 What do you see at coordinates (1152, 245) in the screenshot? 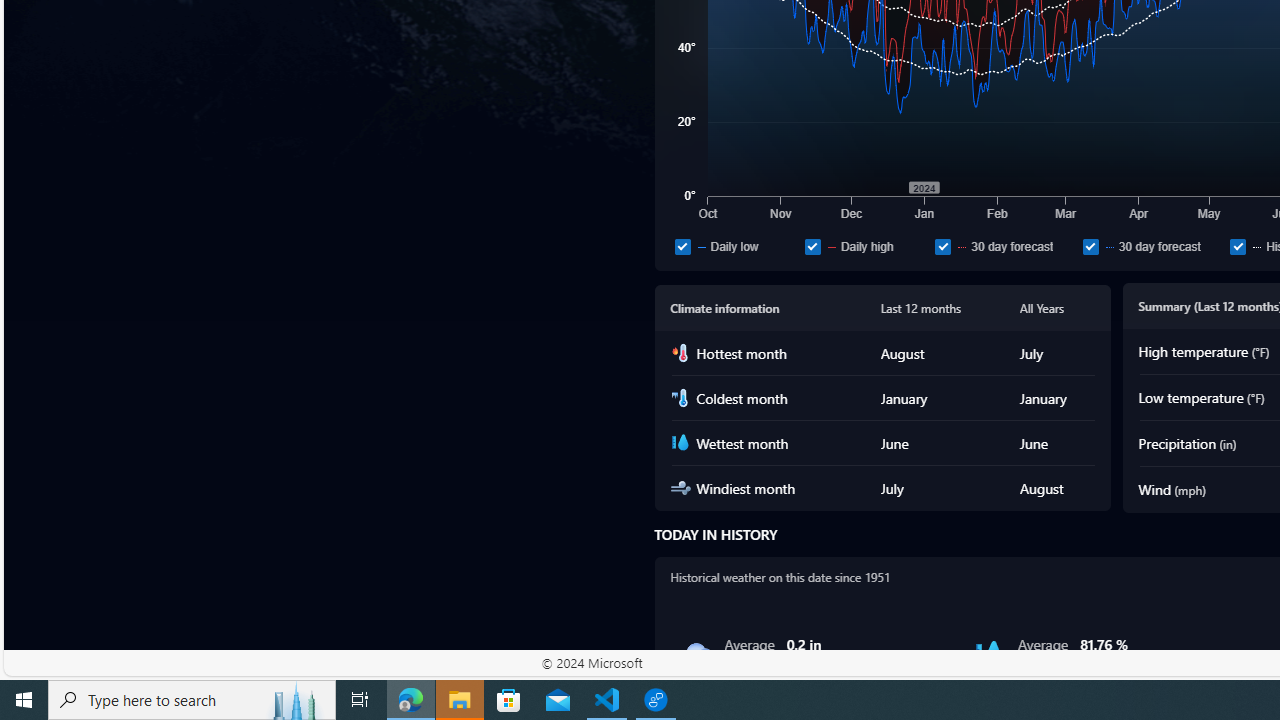
I see `'30 day forecast'` at bounding box center [1152, 245].